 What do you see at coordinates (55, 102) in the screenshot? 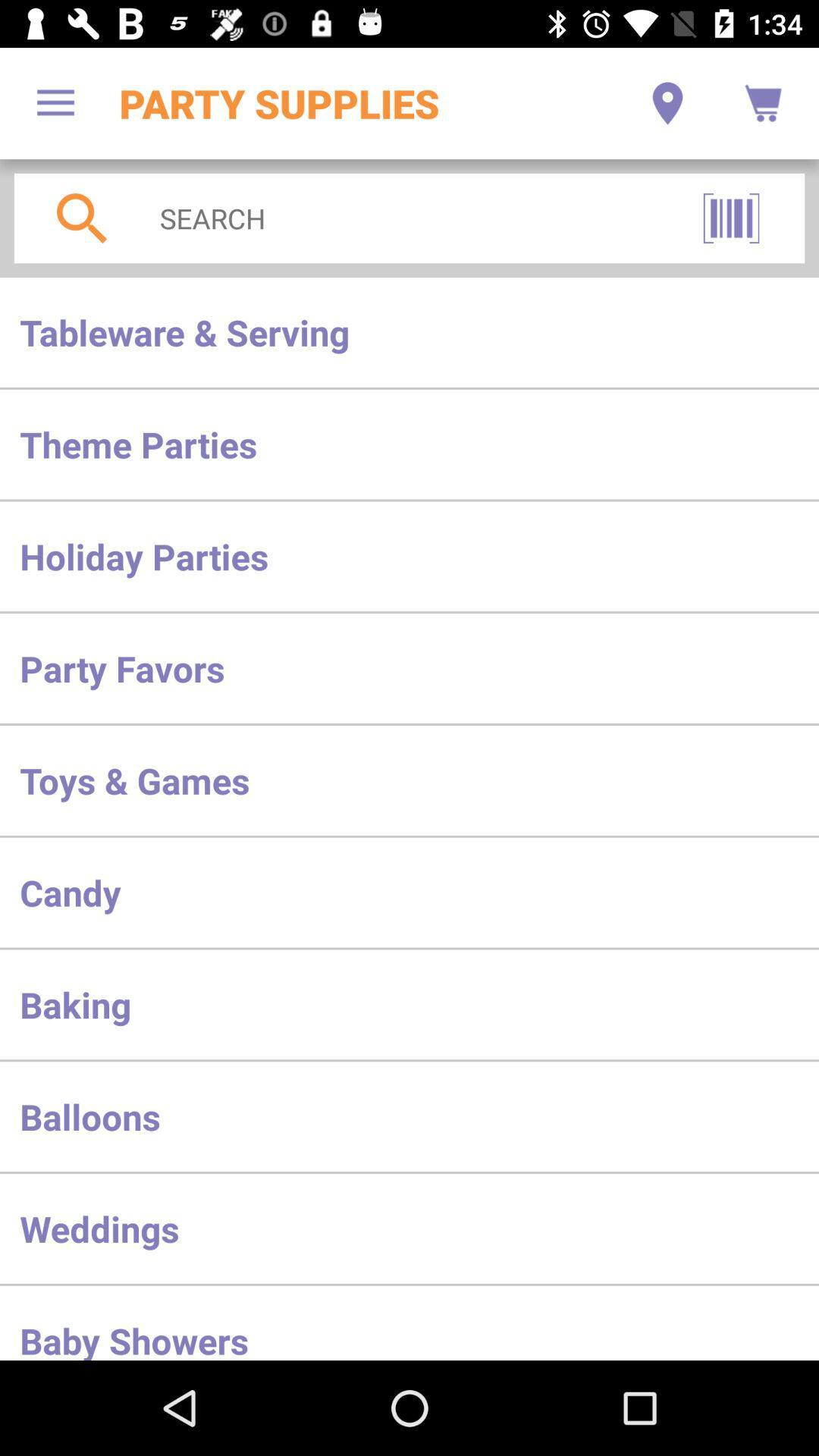
I see `the item next to the party supplies item` at bounding box center [55, 102].